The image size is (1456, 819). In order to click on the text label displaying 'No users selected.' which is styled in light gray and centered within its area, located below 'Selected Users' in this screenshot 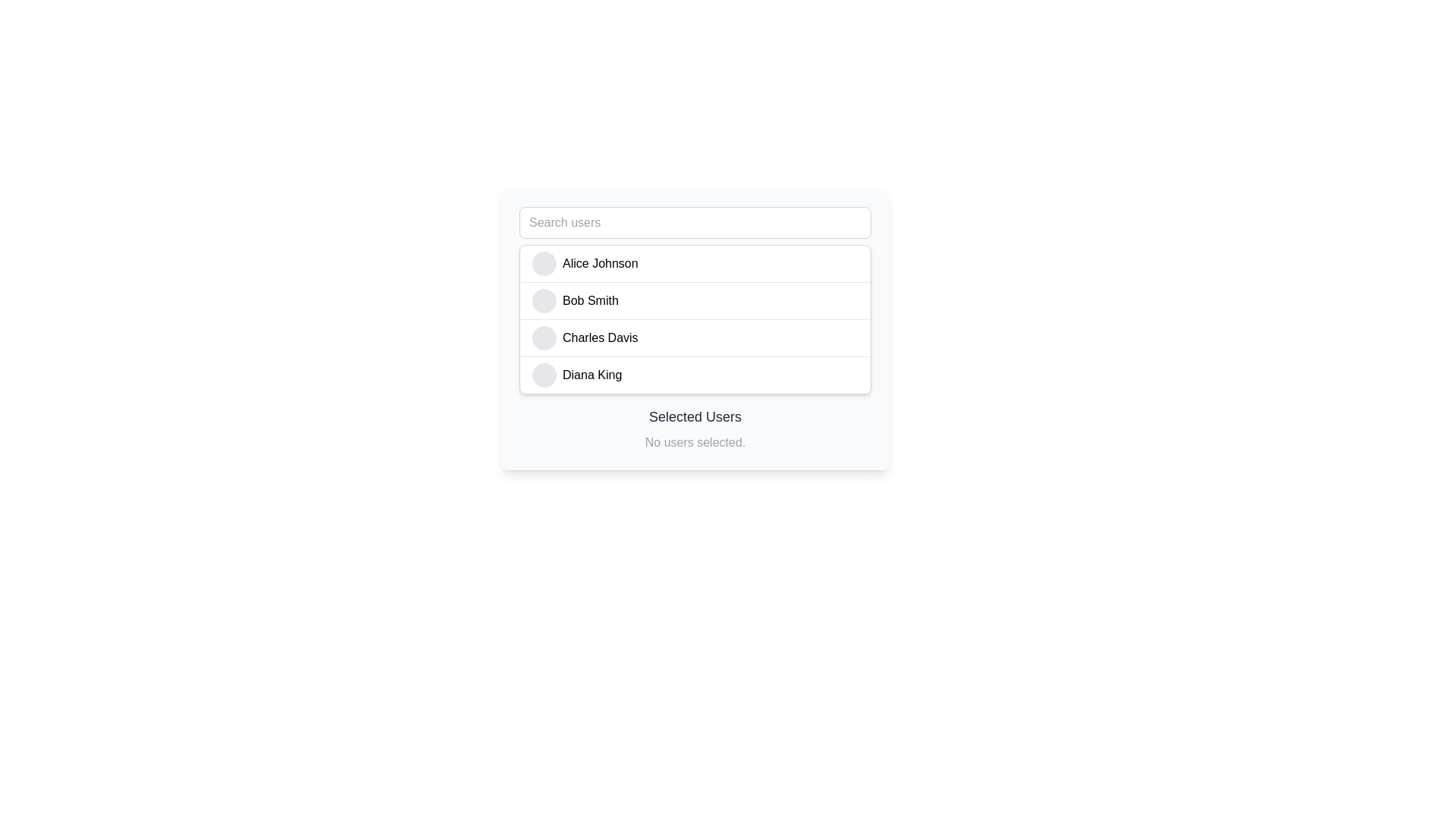, I will do `click(694, 442)`.